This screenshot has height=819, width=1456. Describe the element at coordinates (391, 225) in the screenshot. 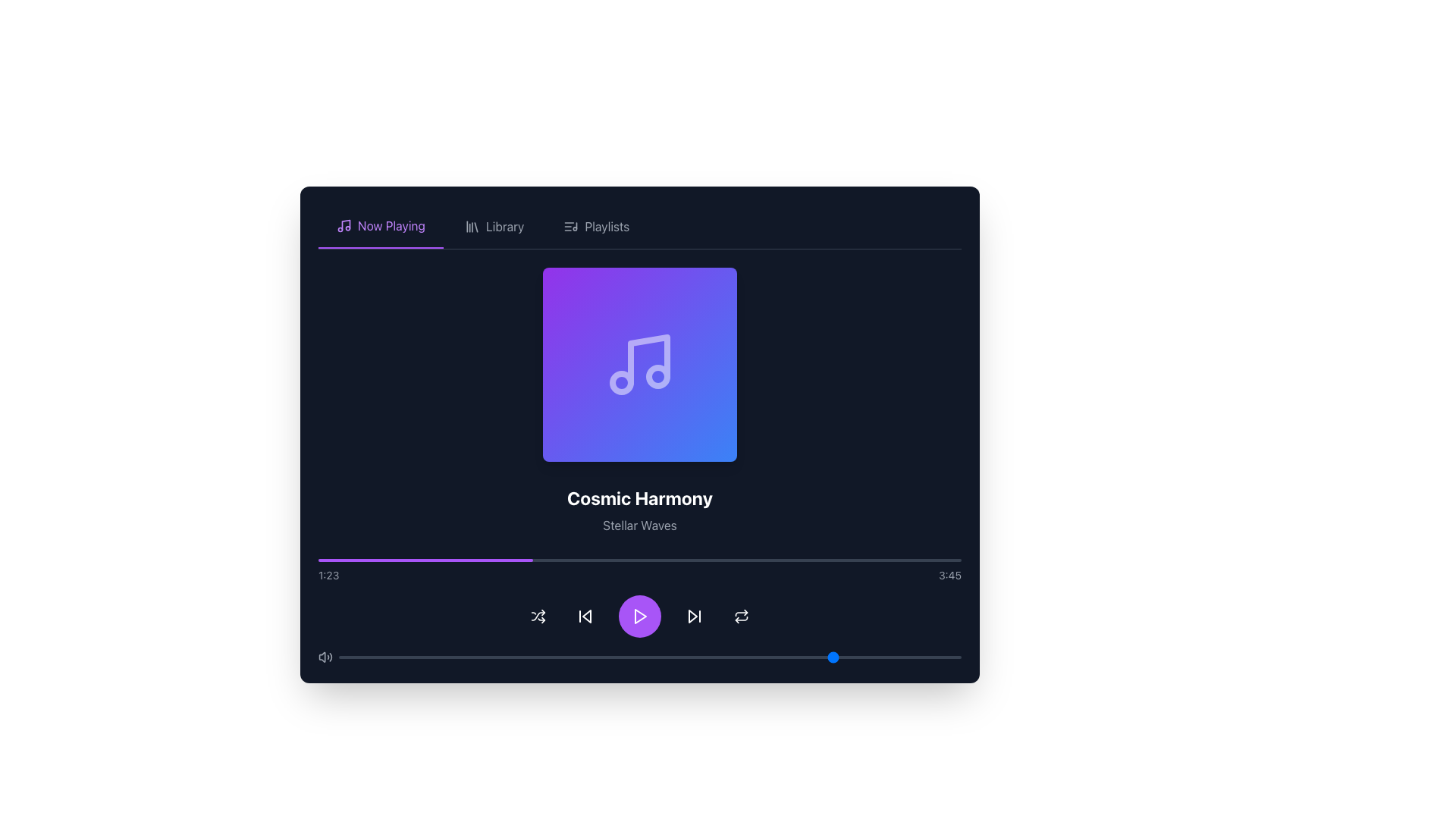

I see `the 'Now Playing' textual navigation item, which is styled in a prominent purple typeface and indicates an active state` at that location.